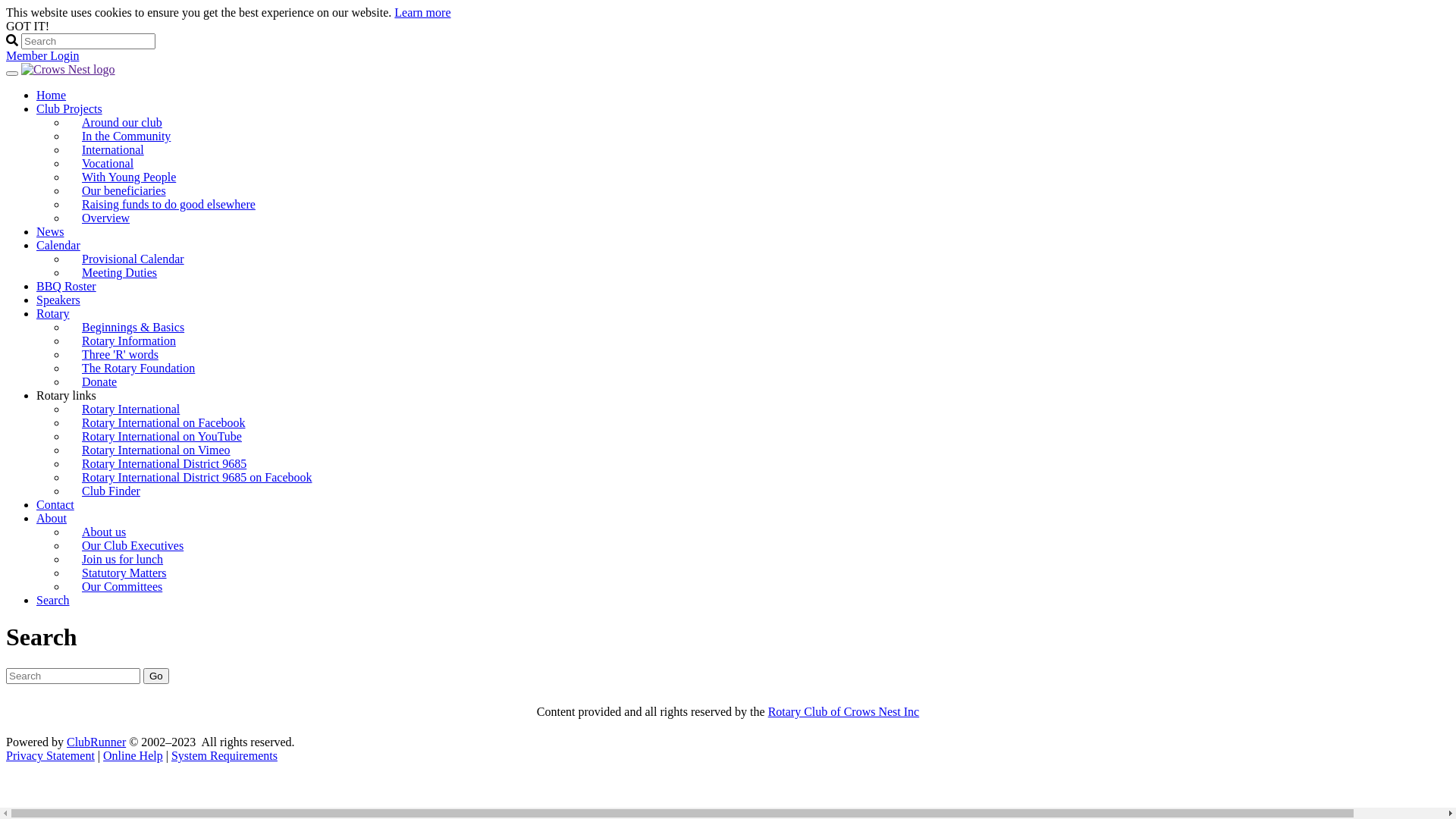 This screenshot has height=819, width=1456. What do you see at coordinates (156, 675) in the screenshot?
I see `'Go'` at bounding box center [156, 675].